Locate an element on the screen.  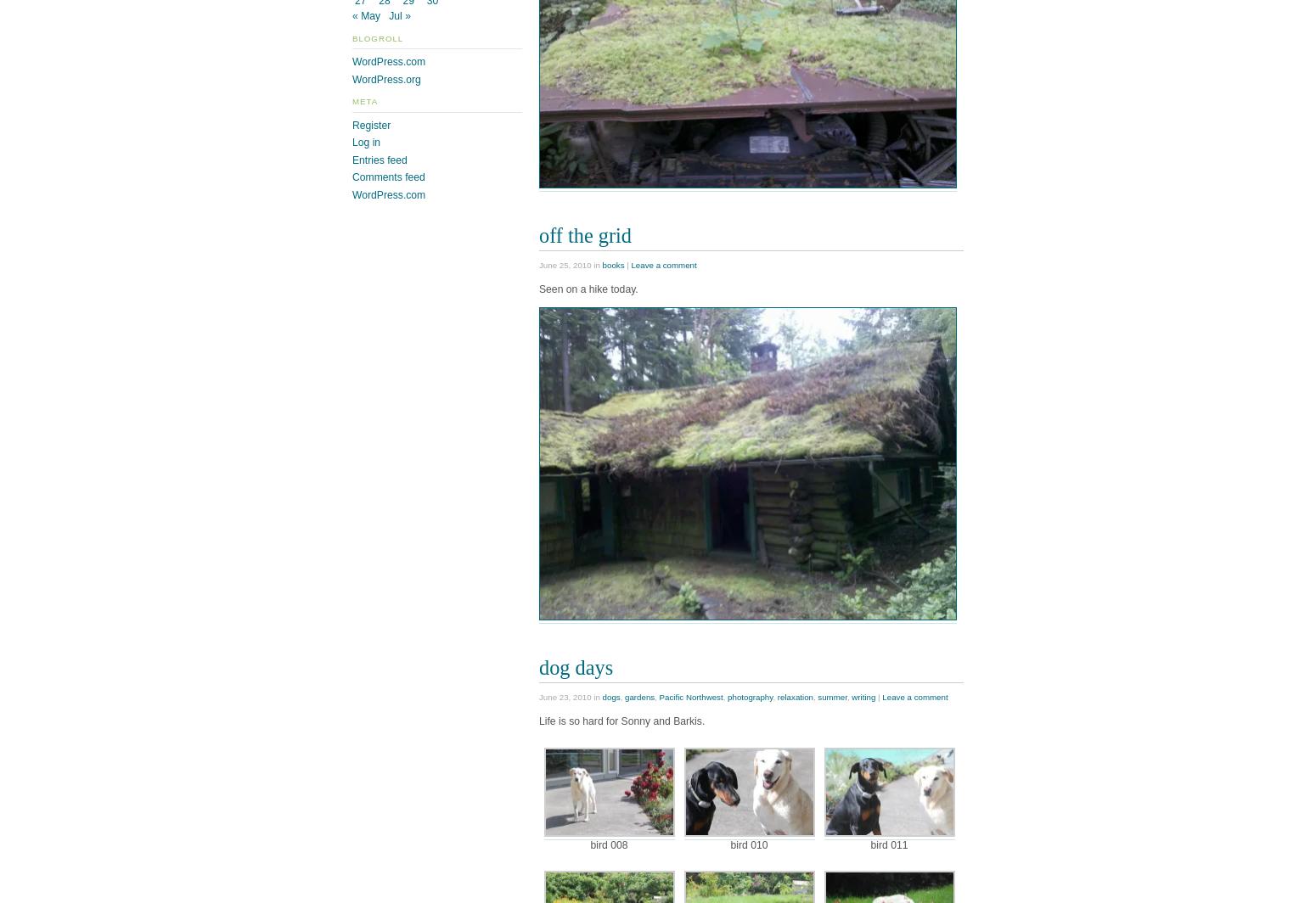
'Meta' is located at coordinates (364, 101).